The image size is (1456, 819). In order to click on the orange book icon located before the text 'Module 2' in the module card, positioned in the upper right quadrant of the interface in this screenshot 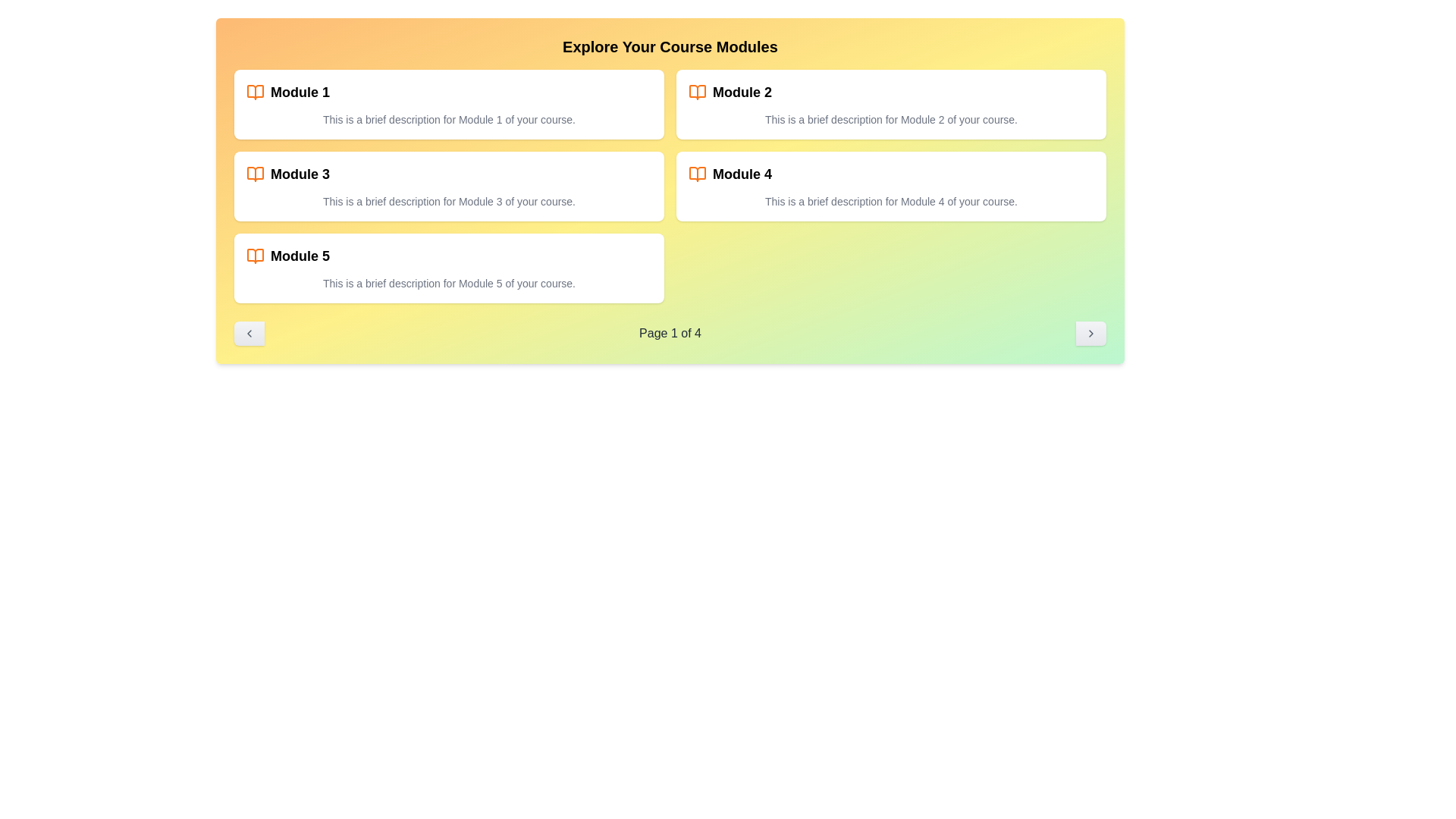, I will do `click(697, 93)`.